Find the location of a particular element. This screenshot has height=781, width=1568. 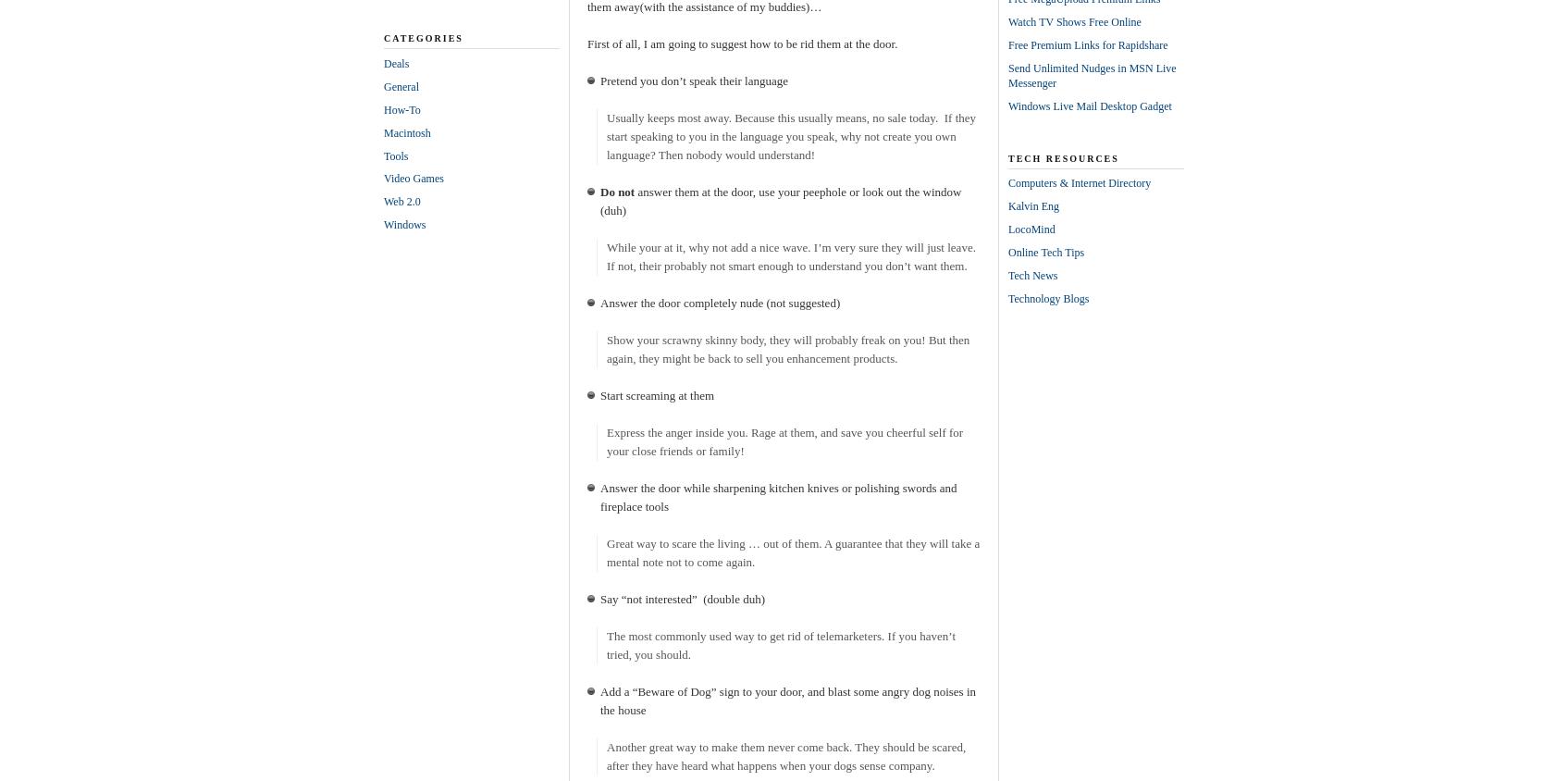

'Add a “Beware of Dog” sign to your door, and blast some angry dog noises in the house' is located at coordinates (787, 700).